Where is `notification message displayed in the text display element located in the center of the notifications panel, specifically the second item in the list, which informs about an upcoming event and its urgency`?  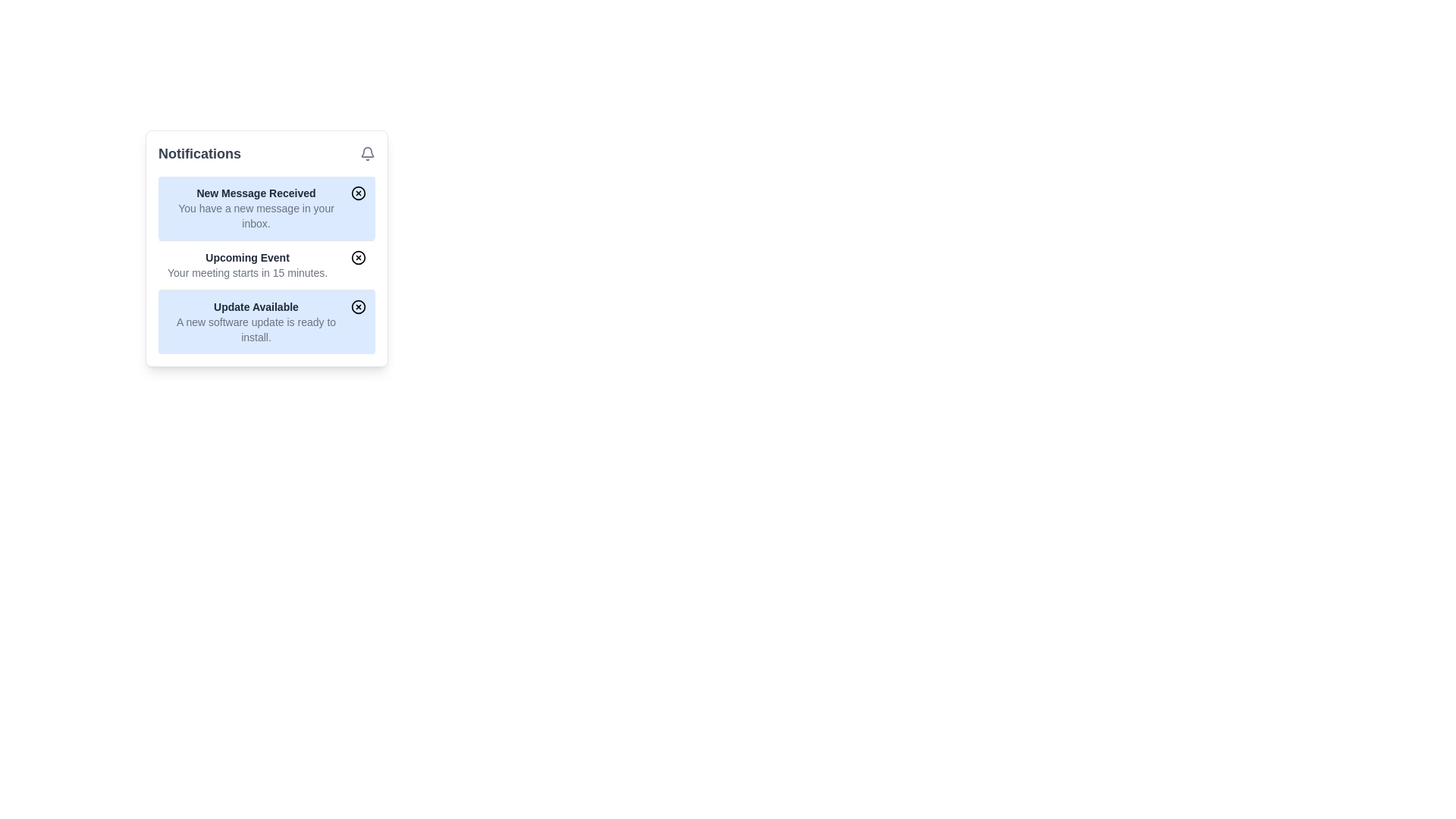
notification message displayed in the text display element located in the center of the notifications panel, specifically the second item in the list, which informs about an upcoming event and its urgency is located at coordinates (247, 265).